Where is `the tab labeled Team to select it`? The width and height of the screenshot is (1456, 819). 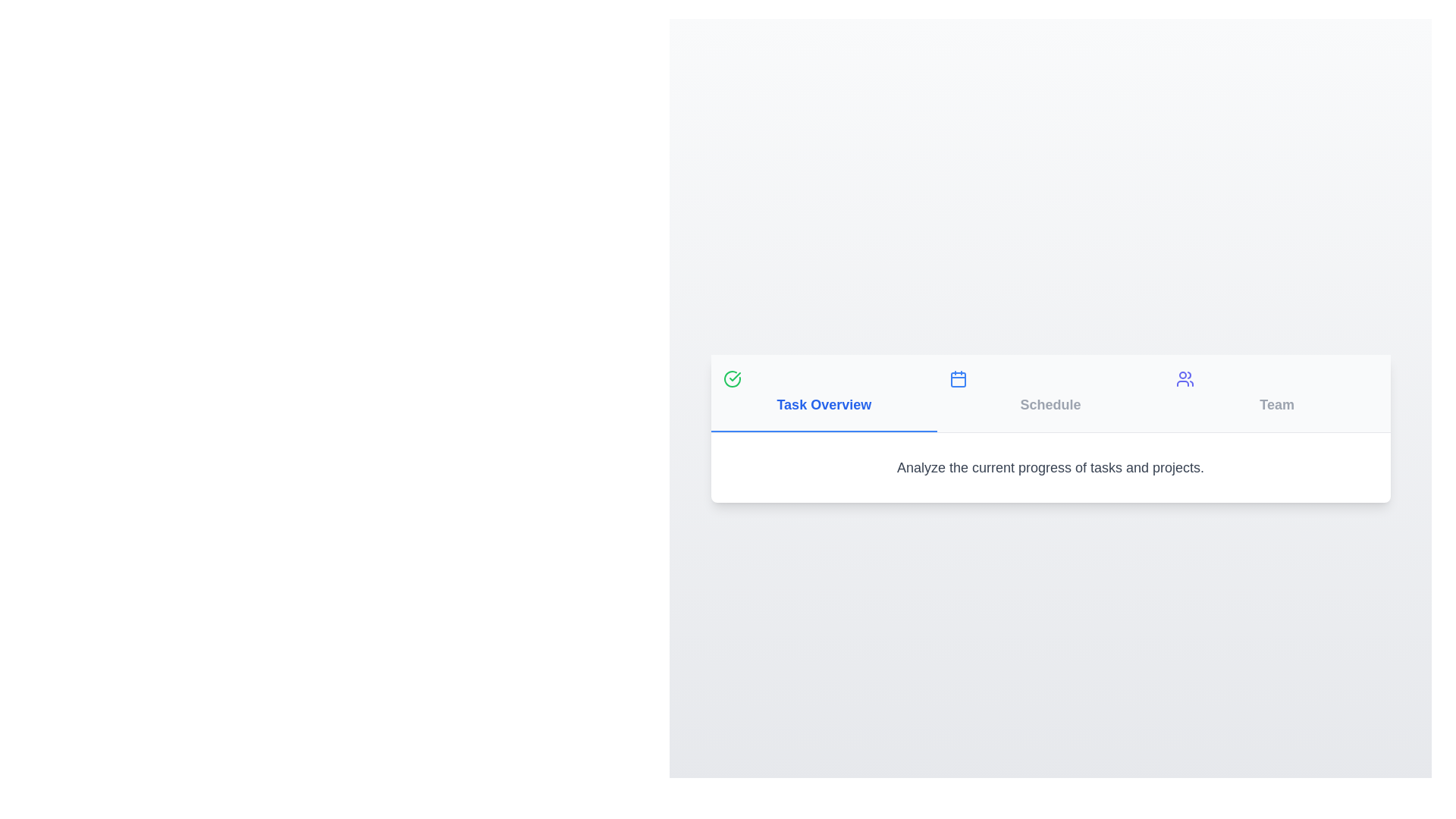
the tab labeled Team to select it is located at coordinates (1276, 392).